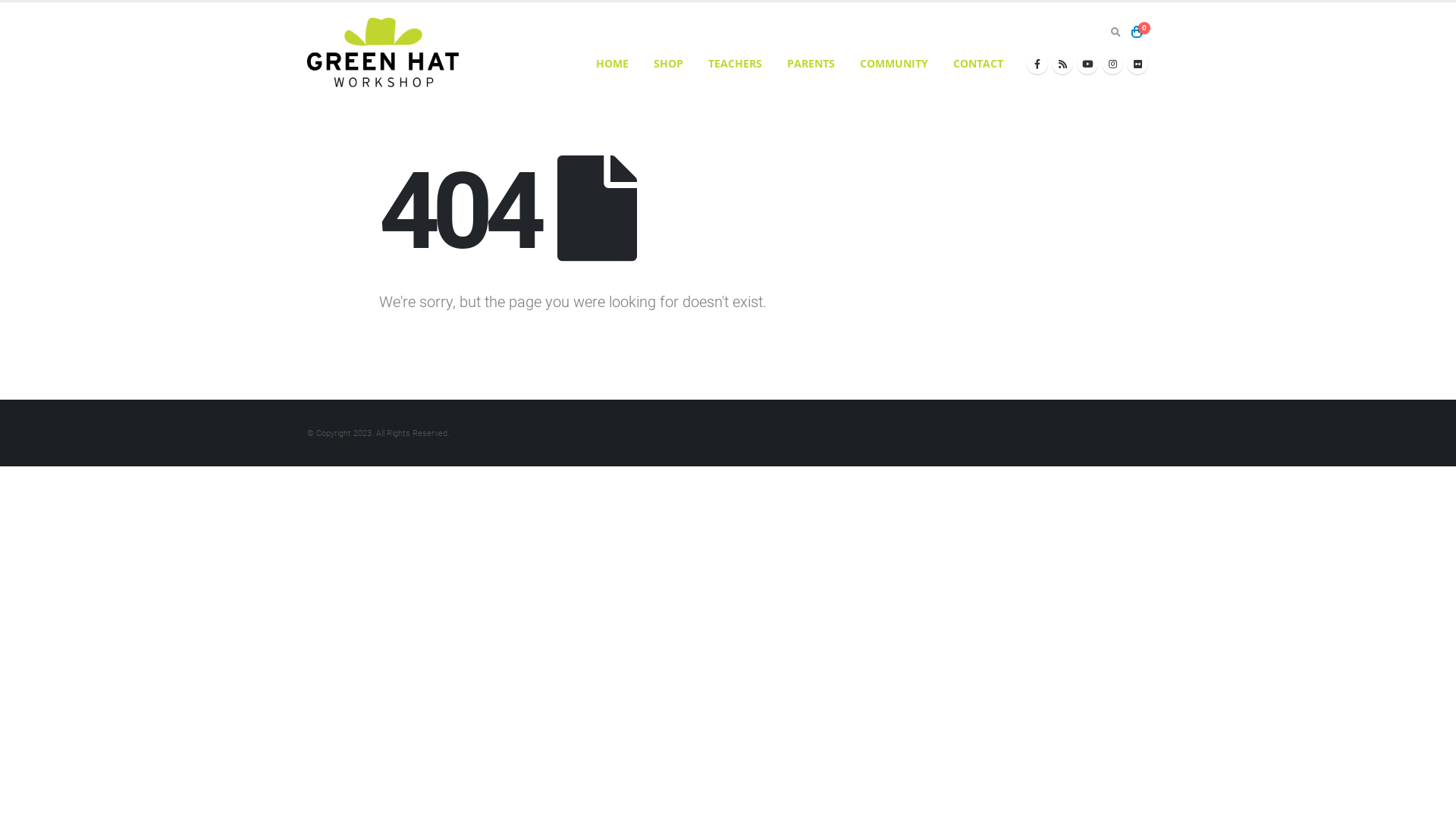 Image resolution: width=1456 pixels, height=819 pixels. What do you see at coordinates (894, 63) in the screenshot?
I see `'COMMUNITY'` at bounding box center [894, 63].